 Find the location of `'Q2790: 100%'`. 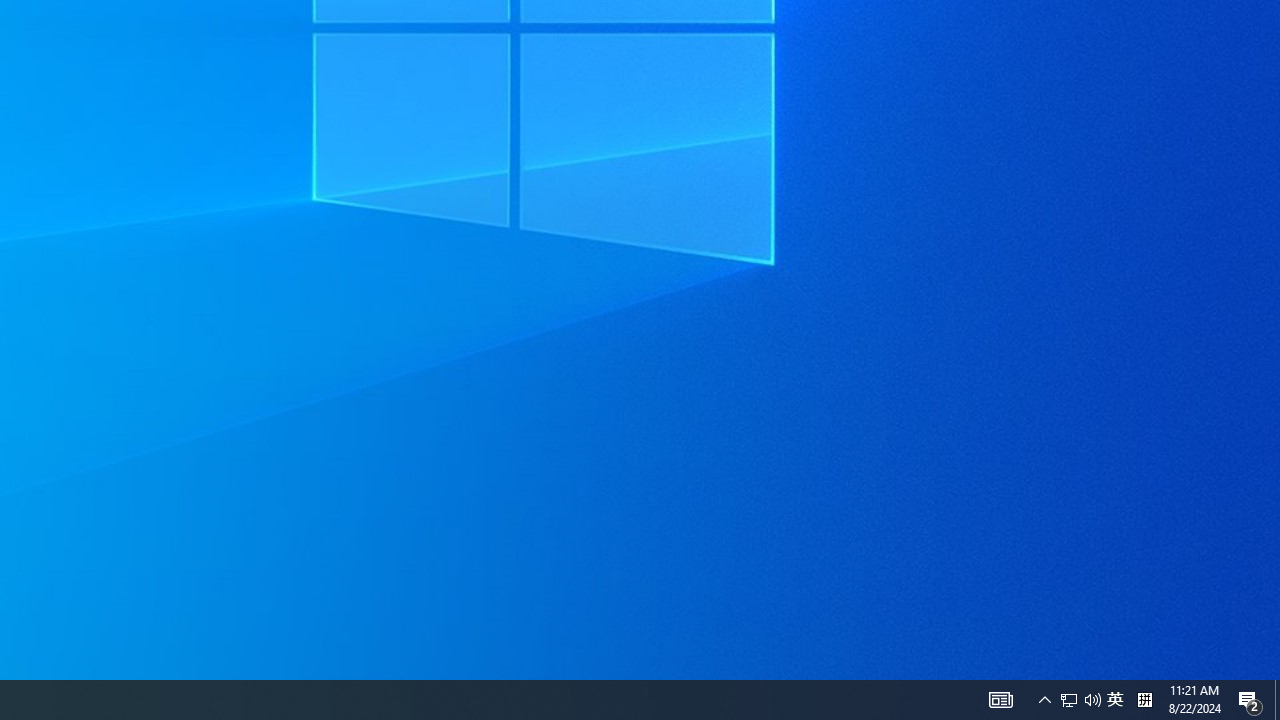

'Q2790: 100%' is located at coordinates (1079, 698).